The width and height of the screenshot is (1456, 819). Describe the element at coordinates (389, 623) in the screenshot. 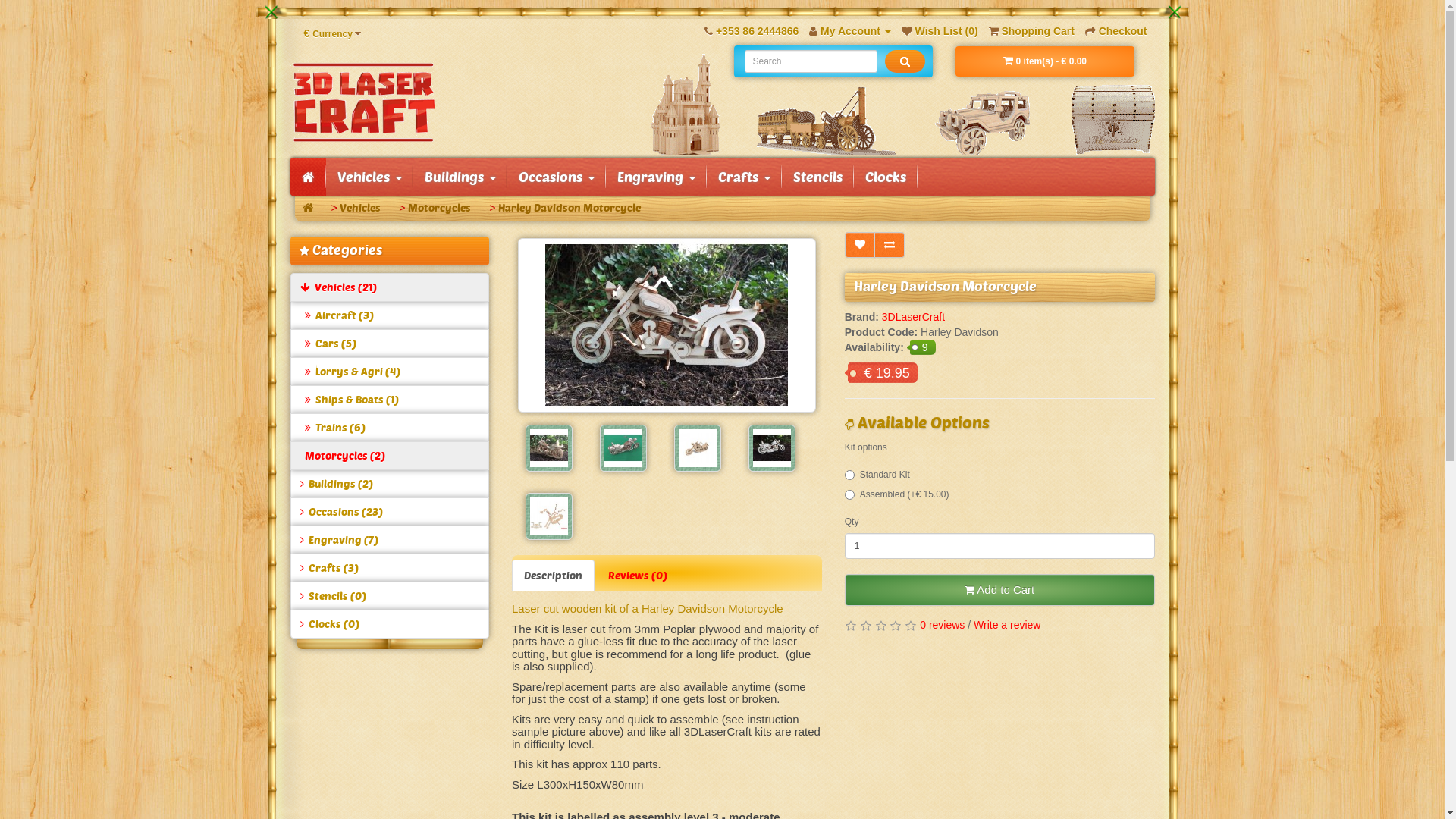

I see `'  Clocks (0)'` at that location.